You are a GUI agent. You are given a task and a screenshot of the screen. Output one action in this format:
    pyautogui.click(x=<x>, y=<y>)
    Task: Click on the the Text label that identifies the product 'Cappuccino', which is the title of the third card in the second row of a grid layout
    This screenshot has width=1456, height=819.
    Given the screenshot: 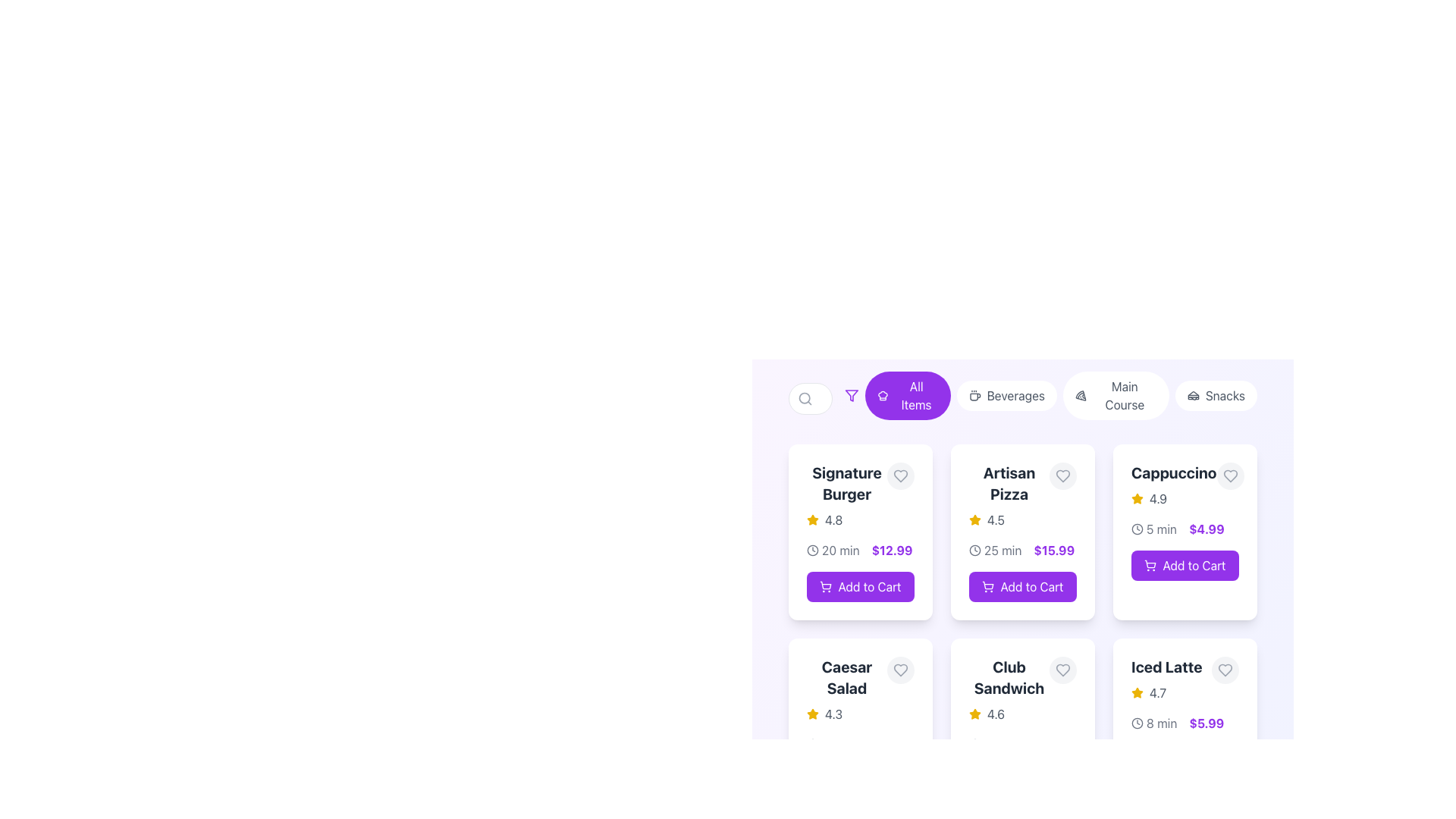 What is the action you would take?
    pyautogui.click(x=1173, y=472)
    